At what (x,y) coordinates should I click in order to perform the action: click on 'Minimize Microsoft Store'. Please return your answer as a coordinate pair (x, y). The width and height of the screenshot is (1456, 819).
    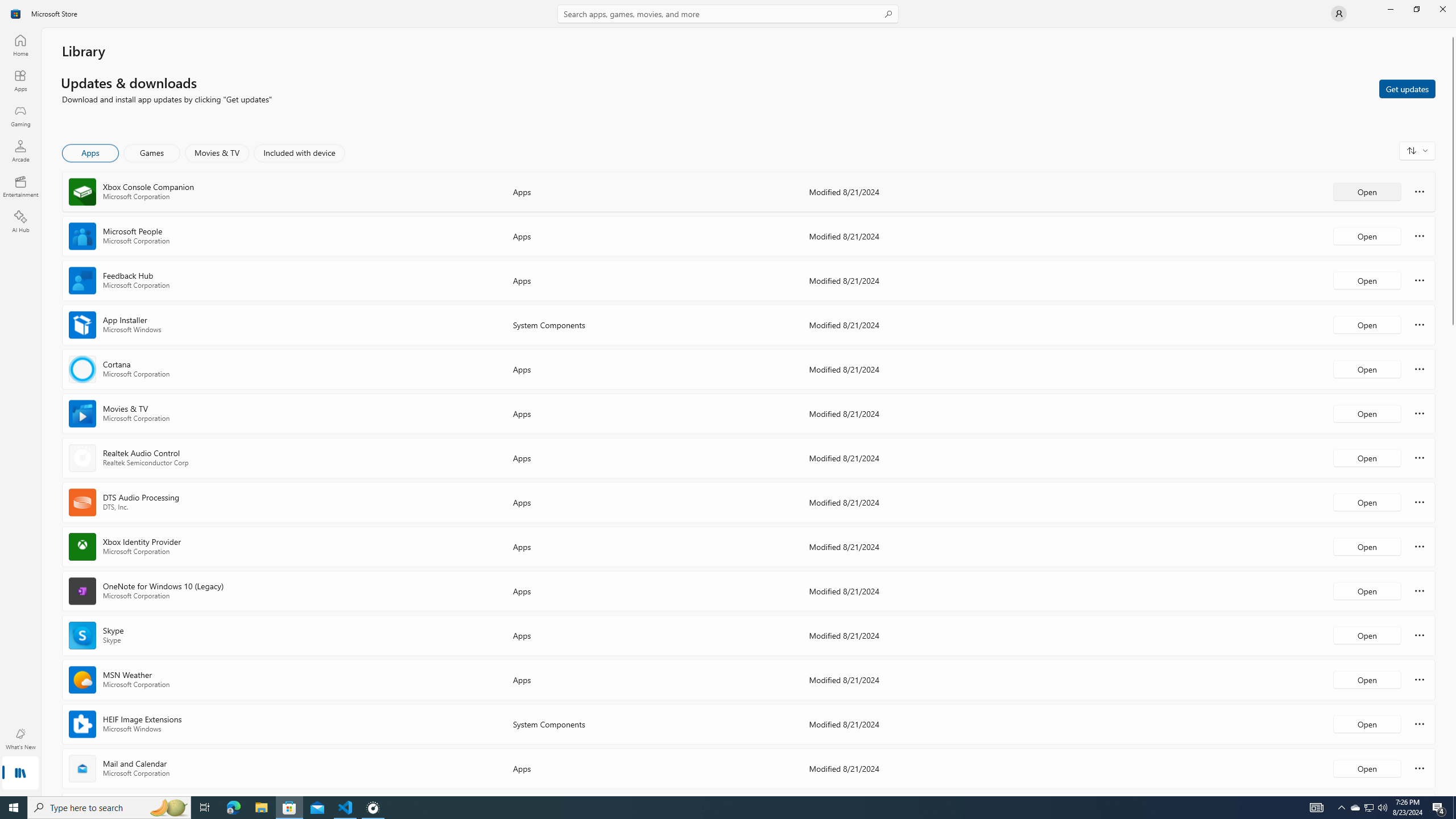
    Looking at the image, I should click on (1389, 9).